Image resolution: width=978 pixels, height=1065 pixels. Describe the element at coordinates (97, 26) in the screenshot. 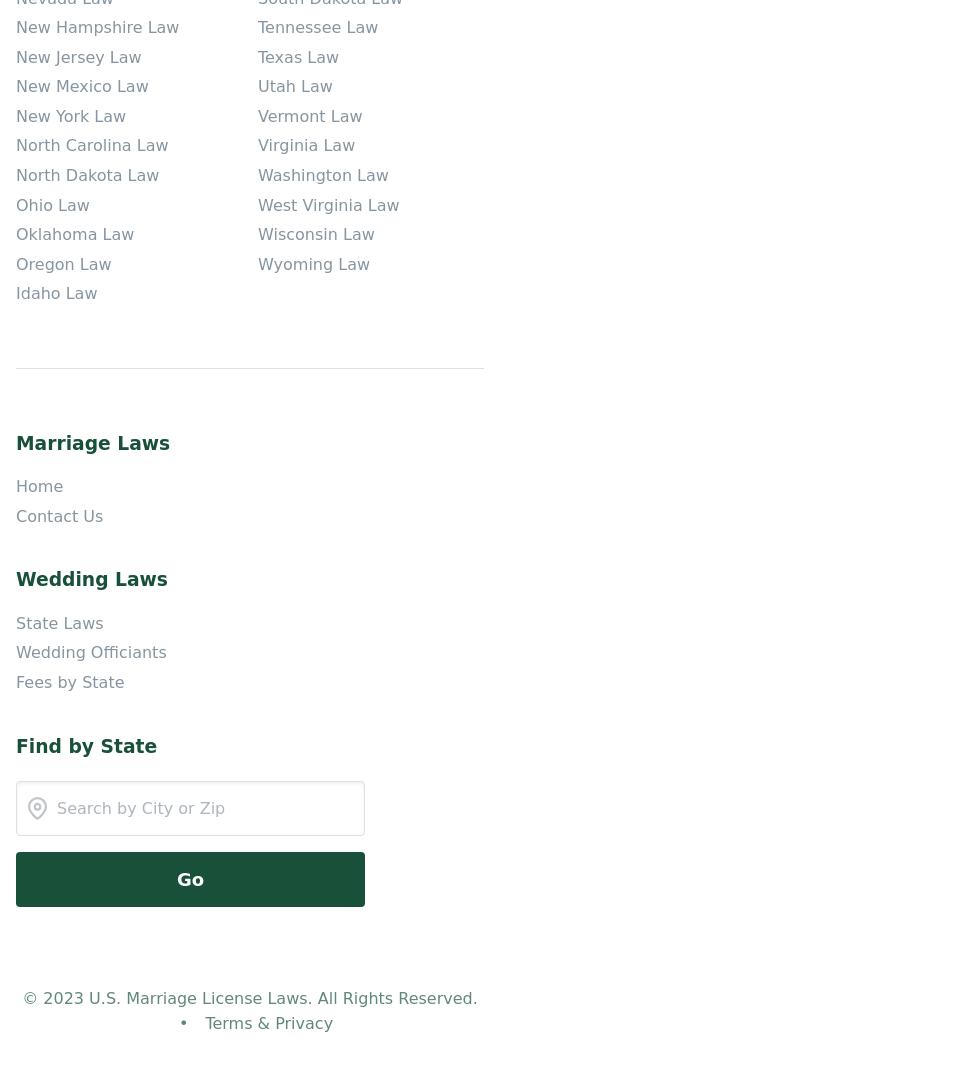

I see `'New Hampshire Law'` at that location.